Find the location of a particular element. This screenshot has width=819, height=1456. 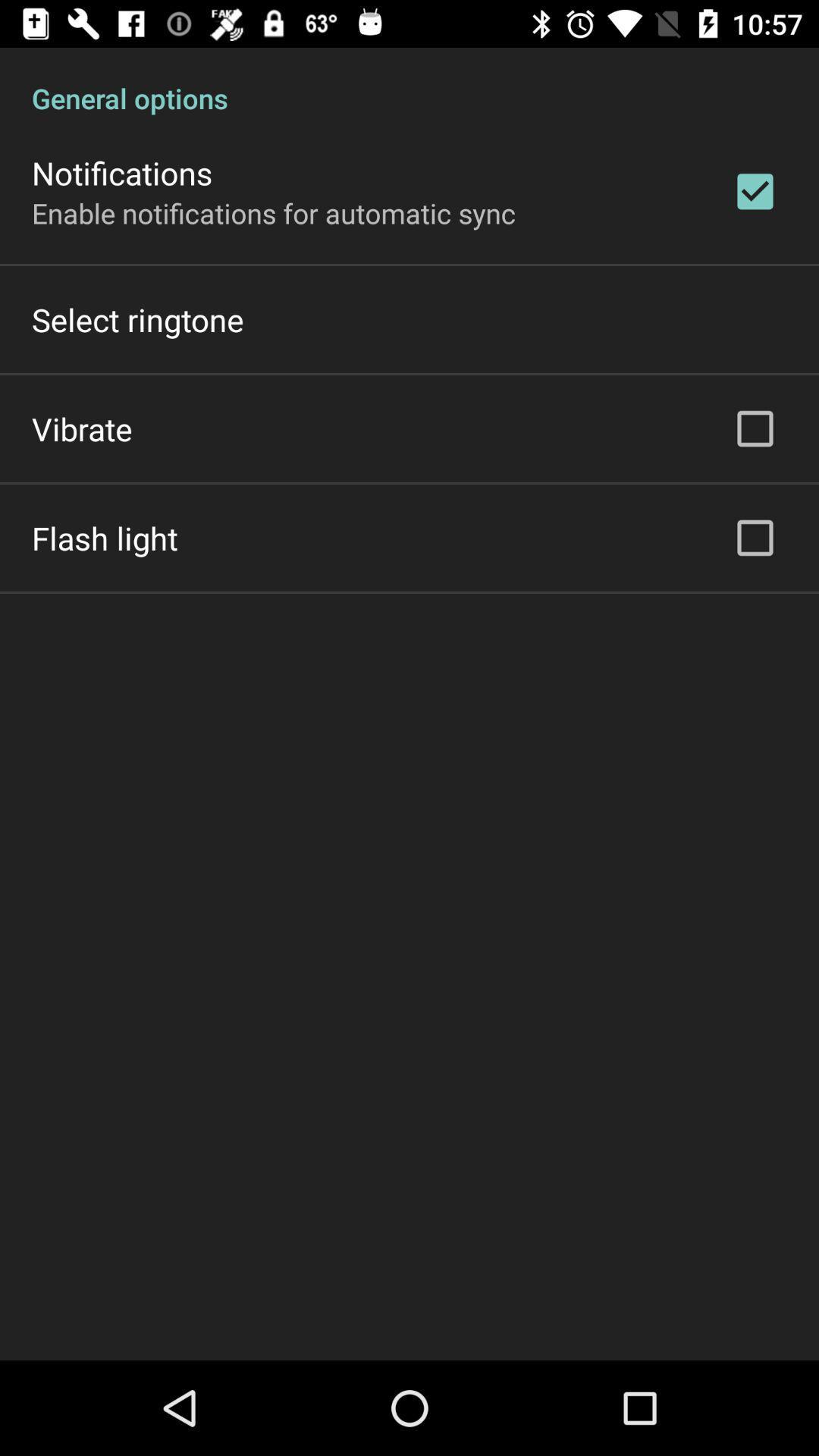

icon above the flash light icon is located at coordinates (82, 428).